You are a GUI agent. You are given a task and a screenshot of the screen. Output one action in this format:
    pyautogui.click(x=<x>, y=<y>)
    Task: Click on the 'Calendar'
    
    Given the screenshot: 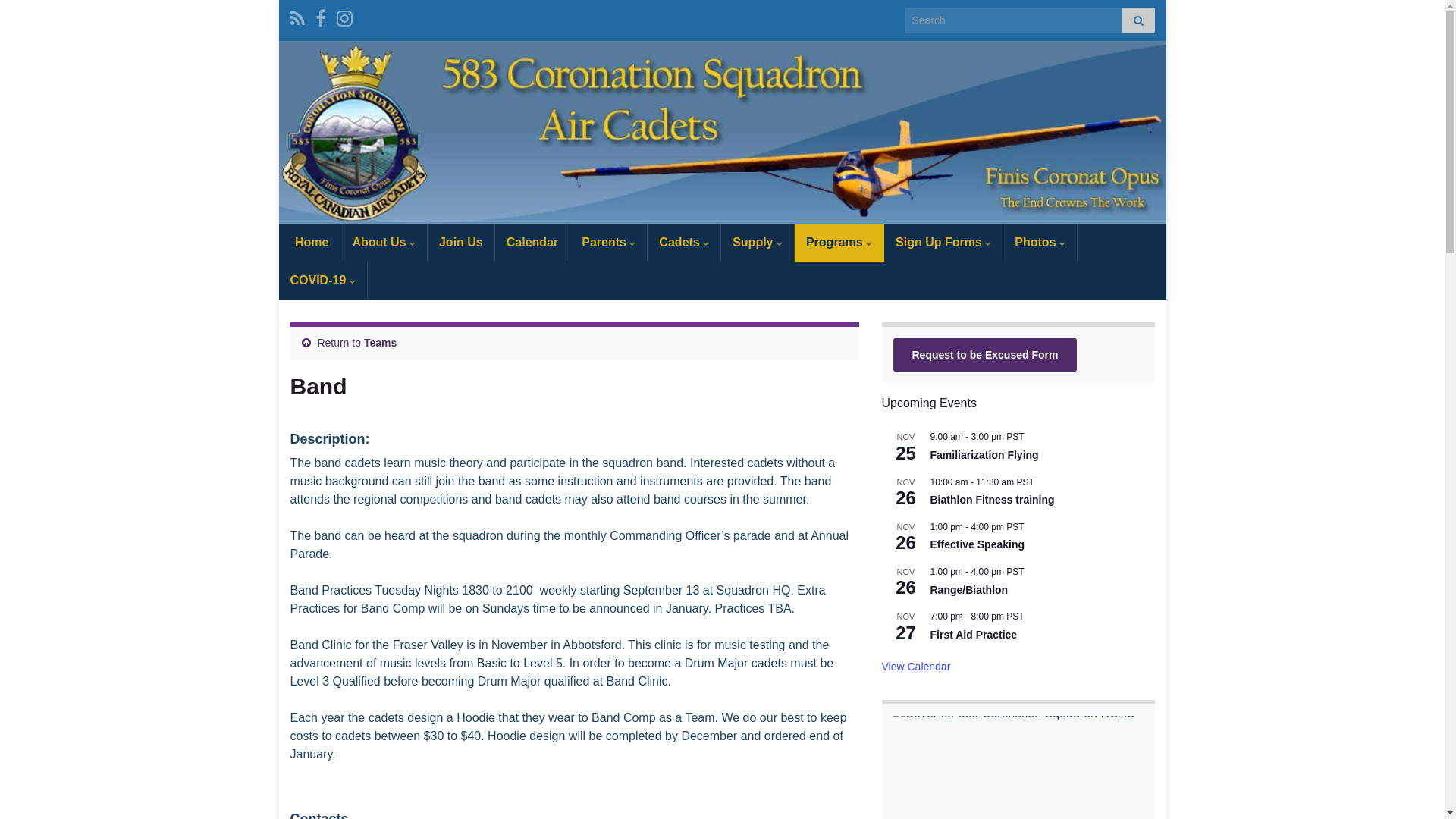 What is the action you would take?
    pyautogui.click(x=532, y=242)
    